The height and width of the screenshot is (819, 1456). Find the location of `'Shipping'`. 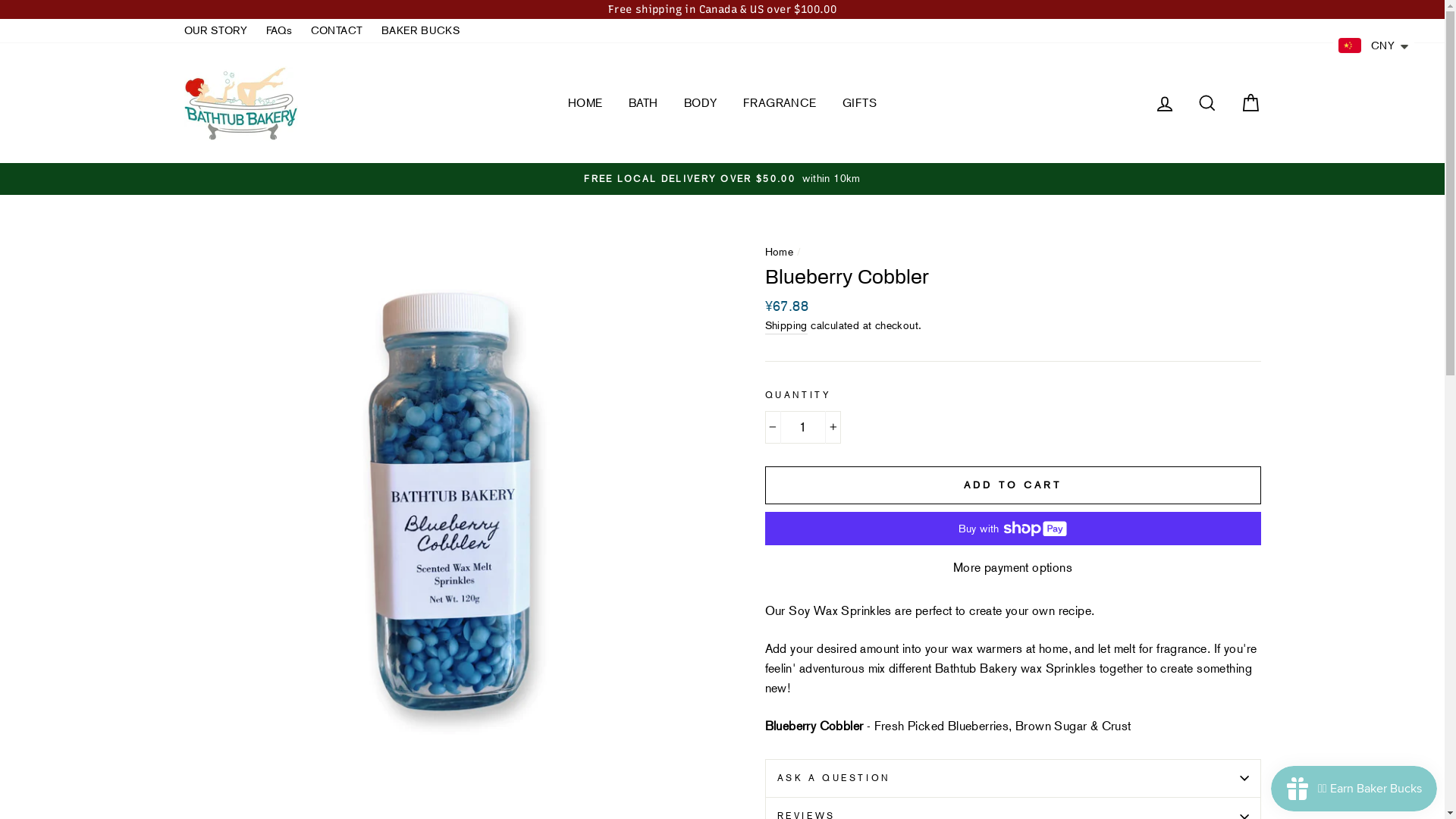

'Shipping' is located at coordinates (764, 325).